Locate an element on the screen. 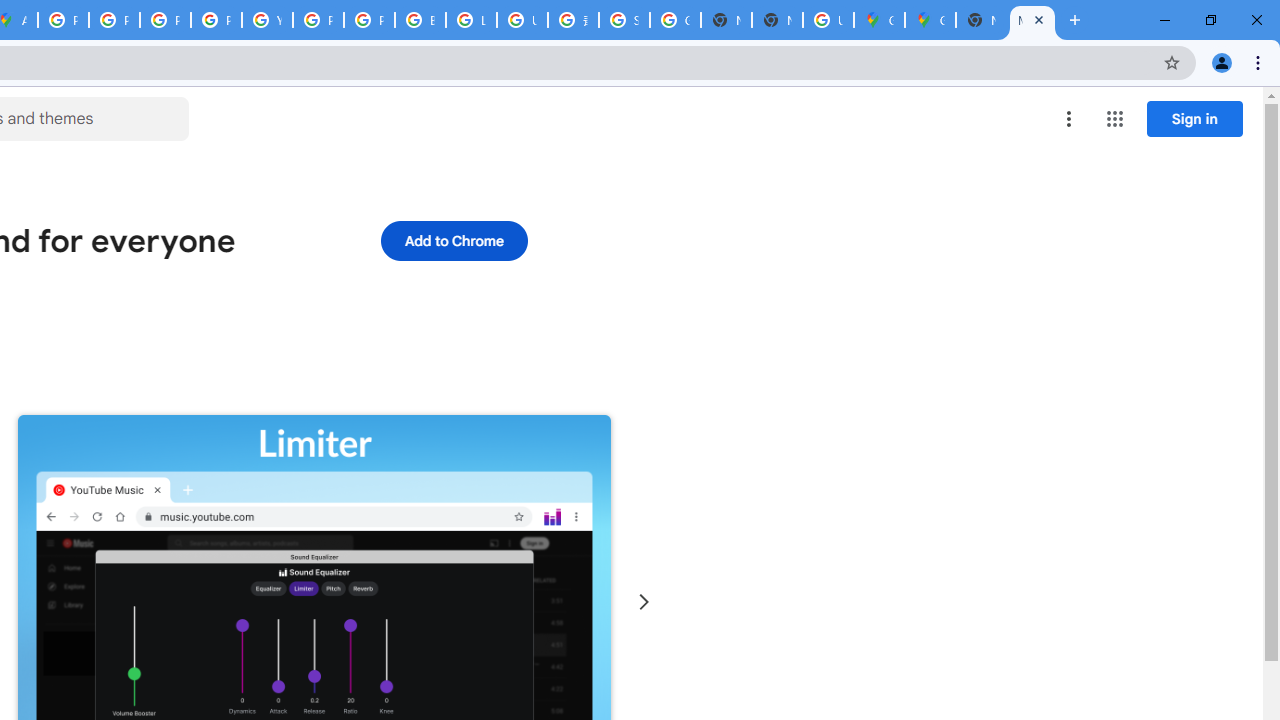  'Bookmark this tab' is located at coordinates (1171, 61).